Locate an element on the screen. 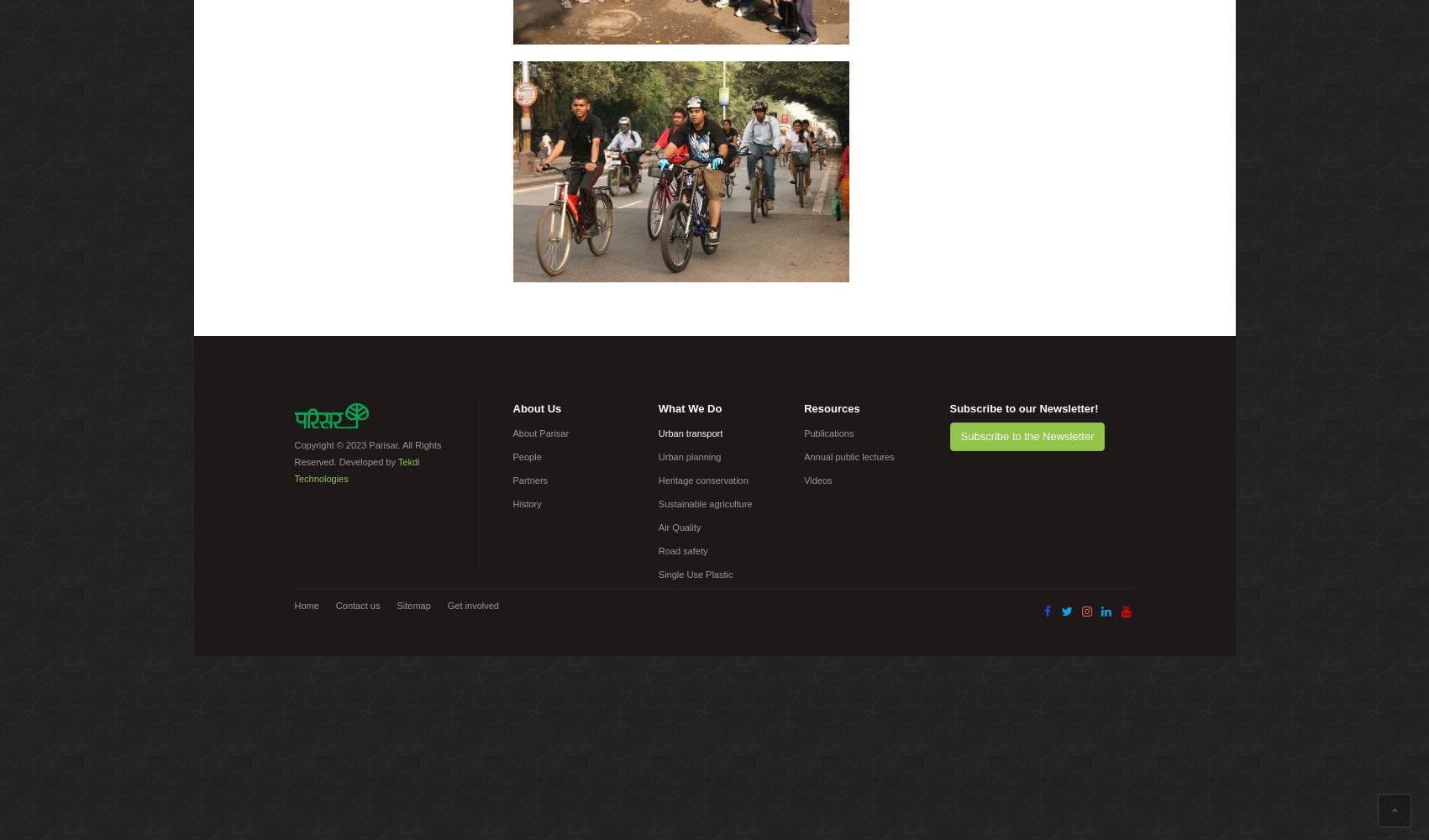 Image resolution: width=1429 pixels, height=840 pixels. 'Copyright © 2023 Parisar. All Rights Reserved. Developed by' is located at coordinates (366, 454).